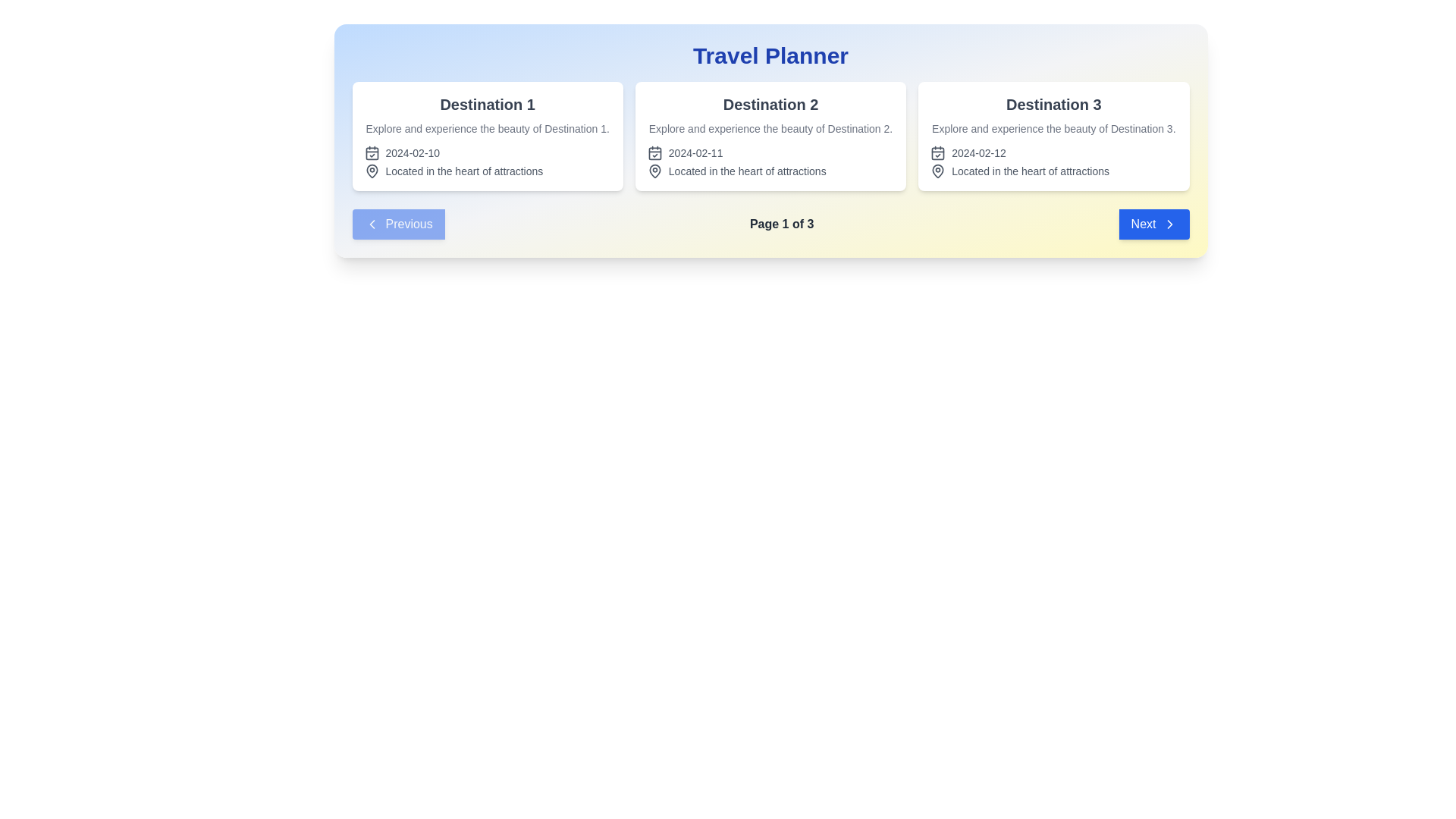 Image resolution: width=1456 pixels, height=819 pixels. What do you see at coordinates (770, 55) in the screenshot?
I see `the heading text 'Travel Planner', which is a large bold blue text displayed in a central position at the top of the interface` at bounding box center [770, 55].